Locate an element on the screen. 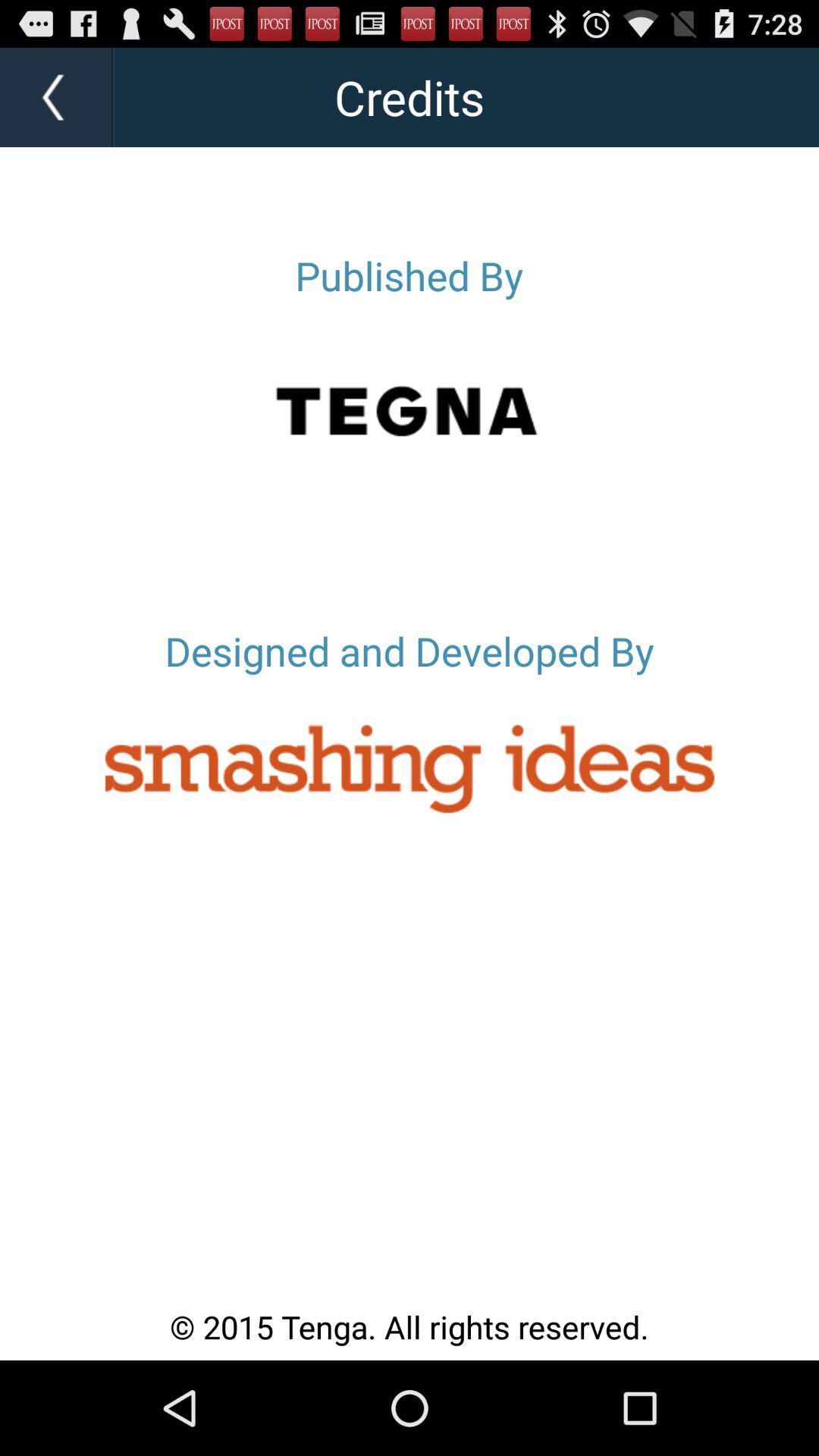  previous button is located at coordinates (56, 96).